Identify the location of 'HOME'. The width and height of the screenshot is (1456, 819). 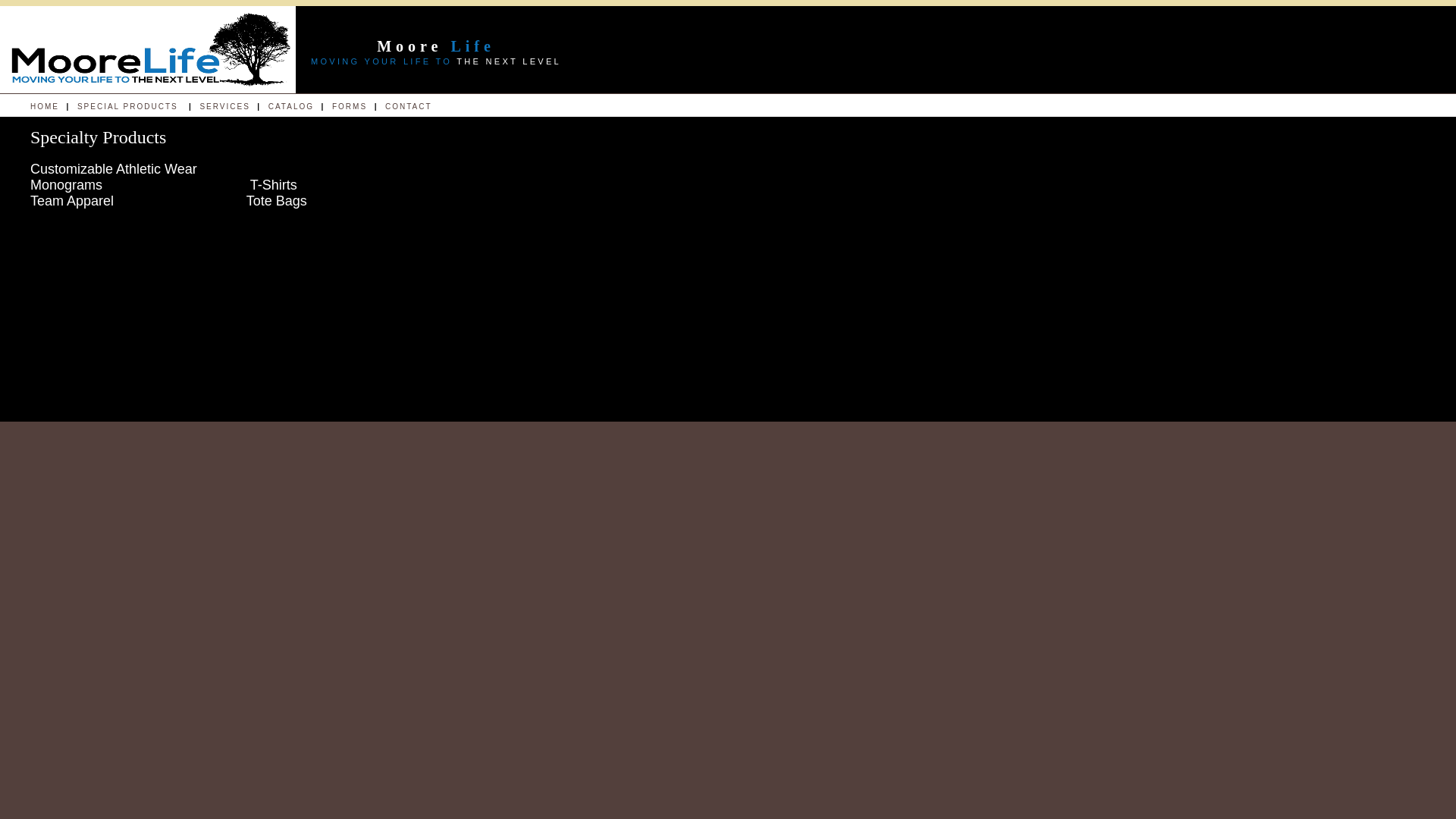
(44, 105).